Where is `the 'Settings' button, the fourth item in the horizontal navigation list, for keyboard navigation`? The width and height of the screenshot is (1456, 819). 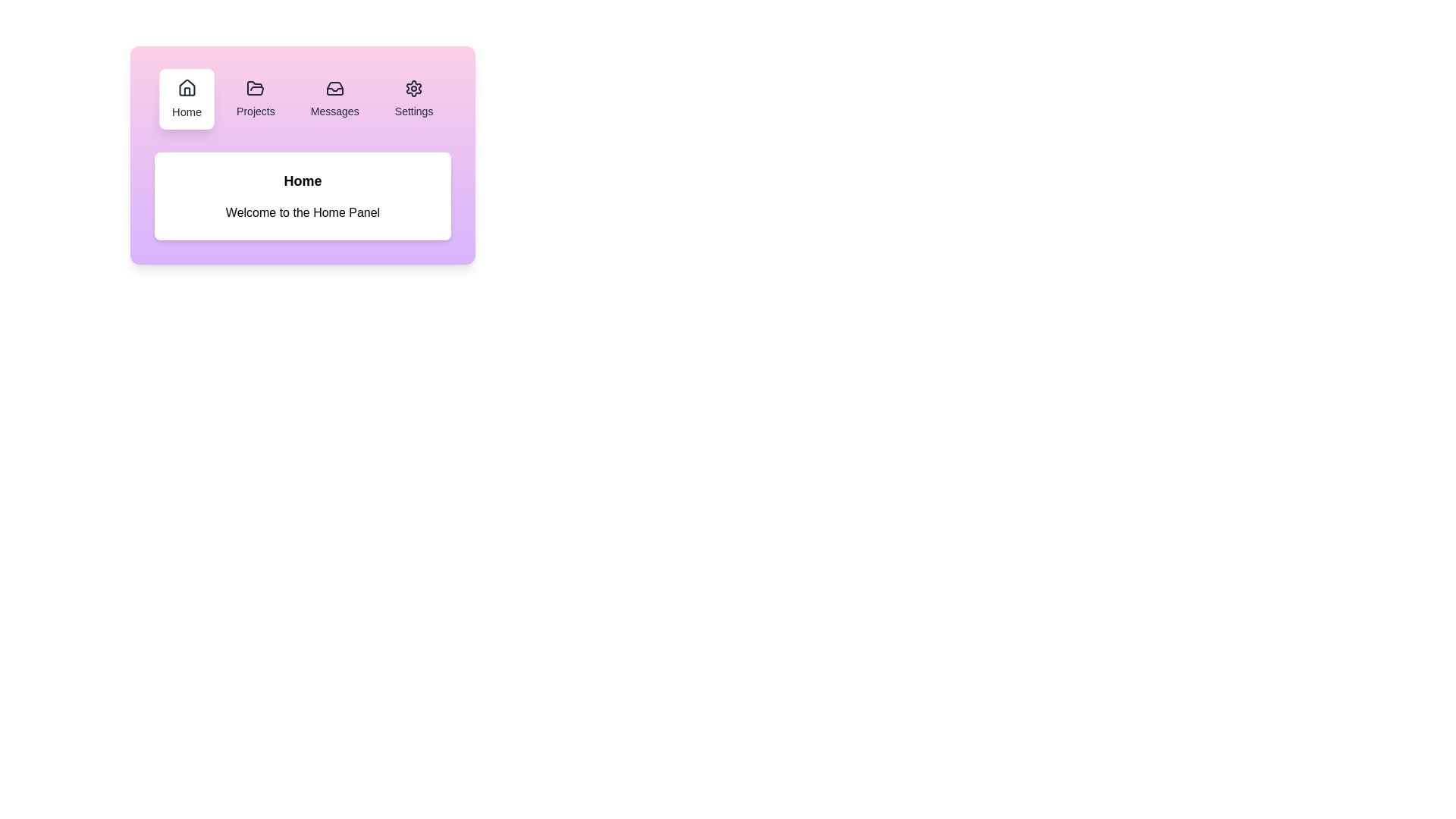 the 'Settings' button, the fourth item in the horizontal navigation list, for keyboard navigation is located at coordinates (414, 99).